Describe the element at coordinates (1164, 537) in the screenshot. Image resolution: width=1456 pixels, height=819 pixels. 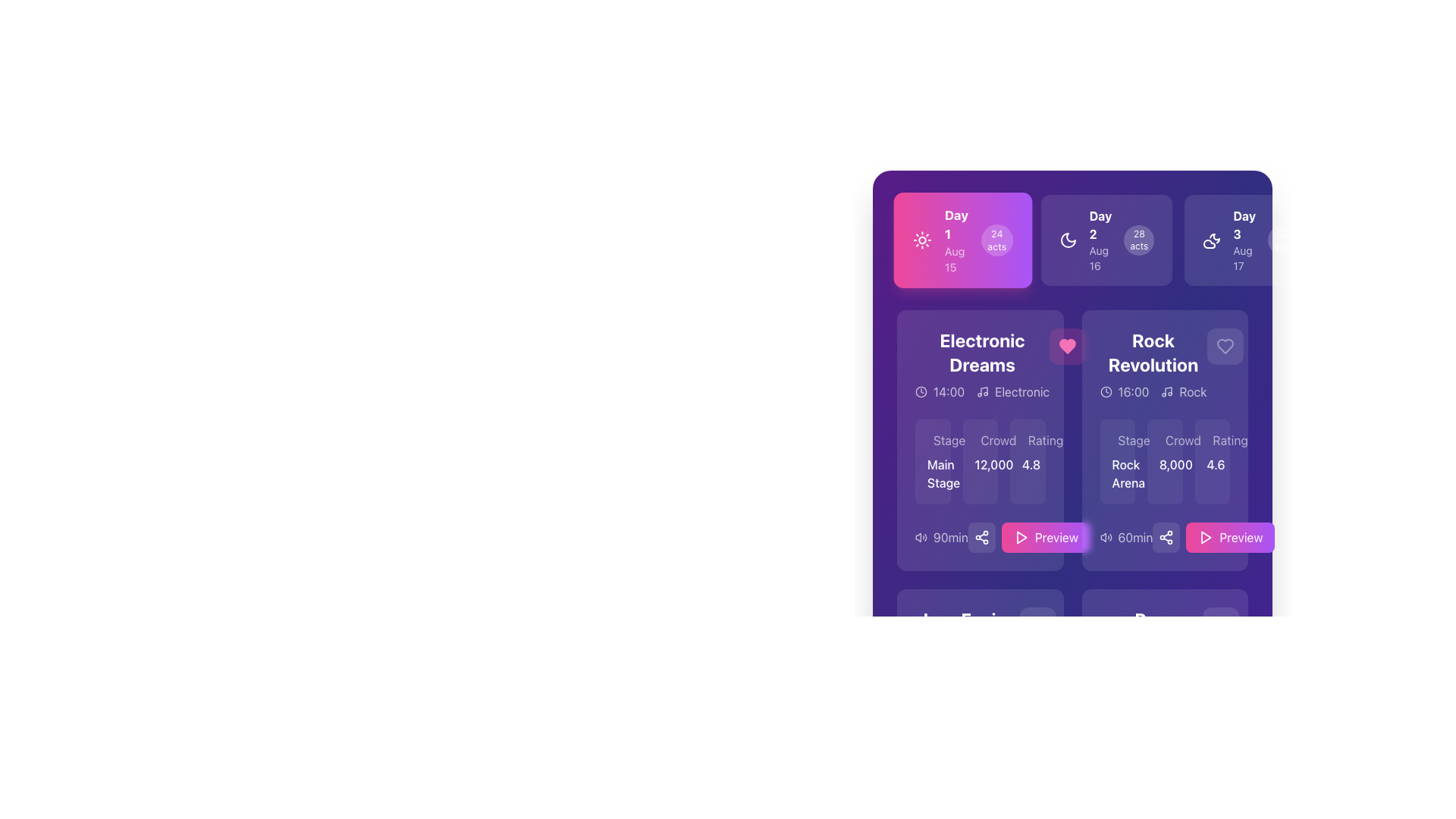
I see `the share icon located to the right of the '60min' text in the Composite - Icon with Text element on the 'Rock Revolution' card` at that location.